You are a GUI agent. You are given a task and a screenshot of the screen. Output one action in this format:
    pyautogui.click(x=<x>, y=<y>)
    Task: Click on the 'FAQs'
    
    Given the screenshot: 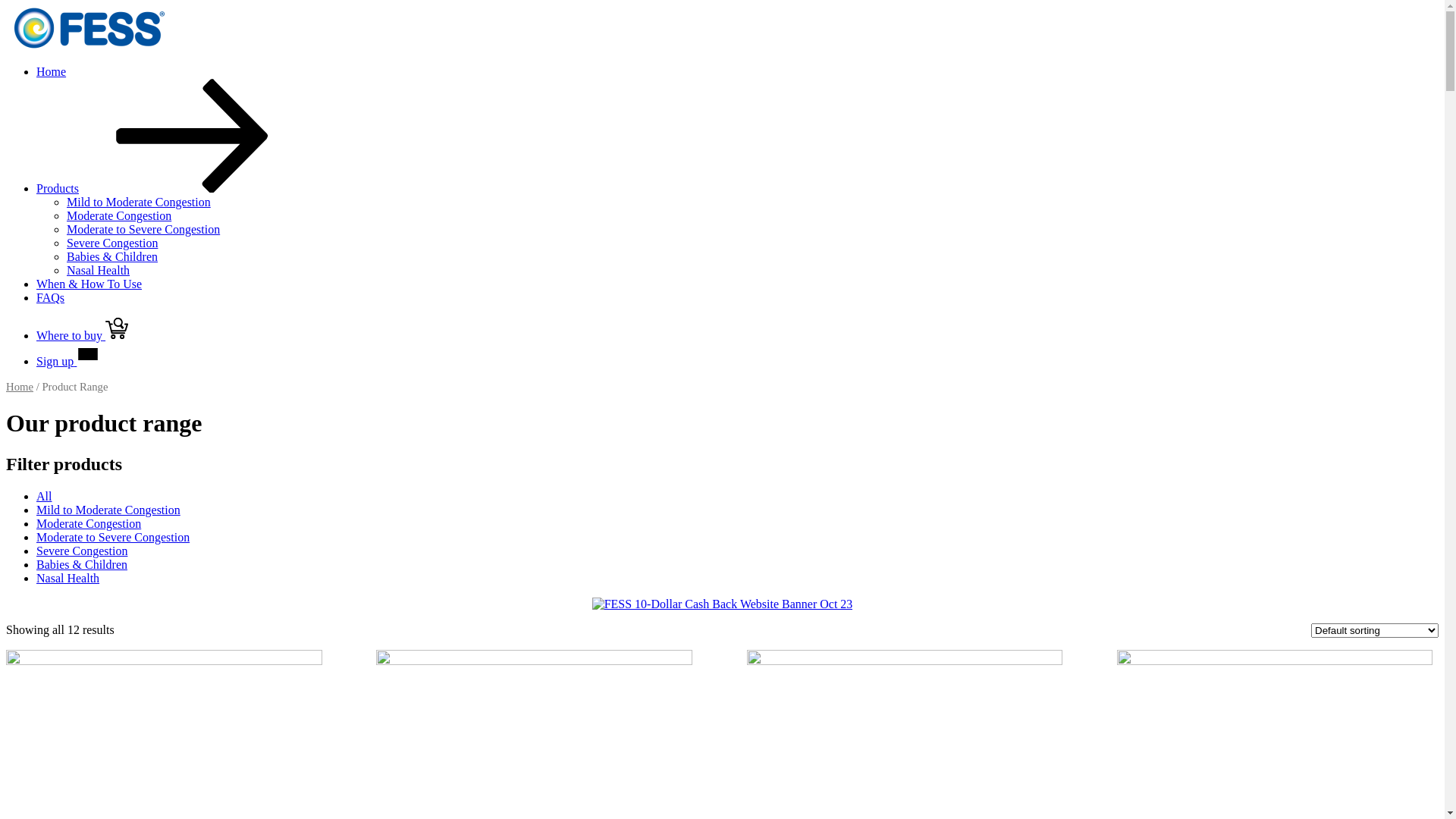 What is the action you would take?
    pyautogui.click(x=50, y=297)
    